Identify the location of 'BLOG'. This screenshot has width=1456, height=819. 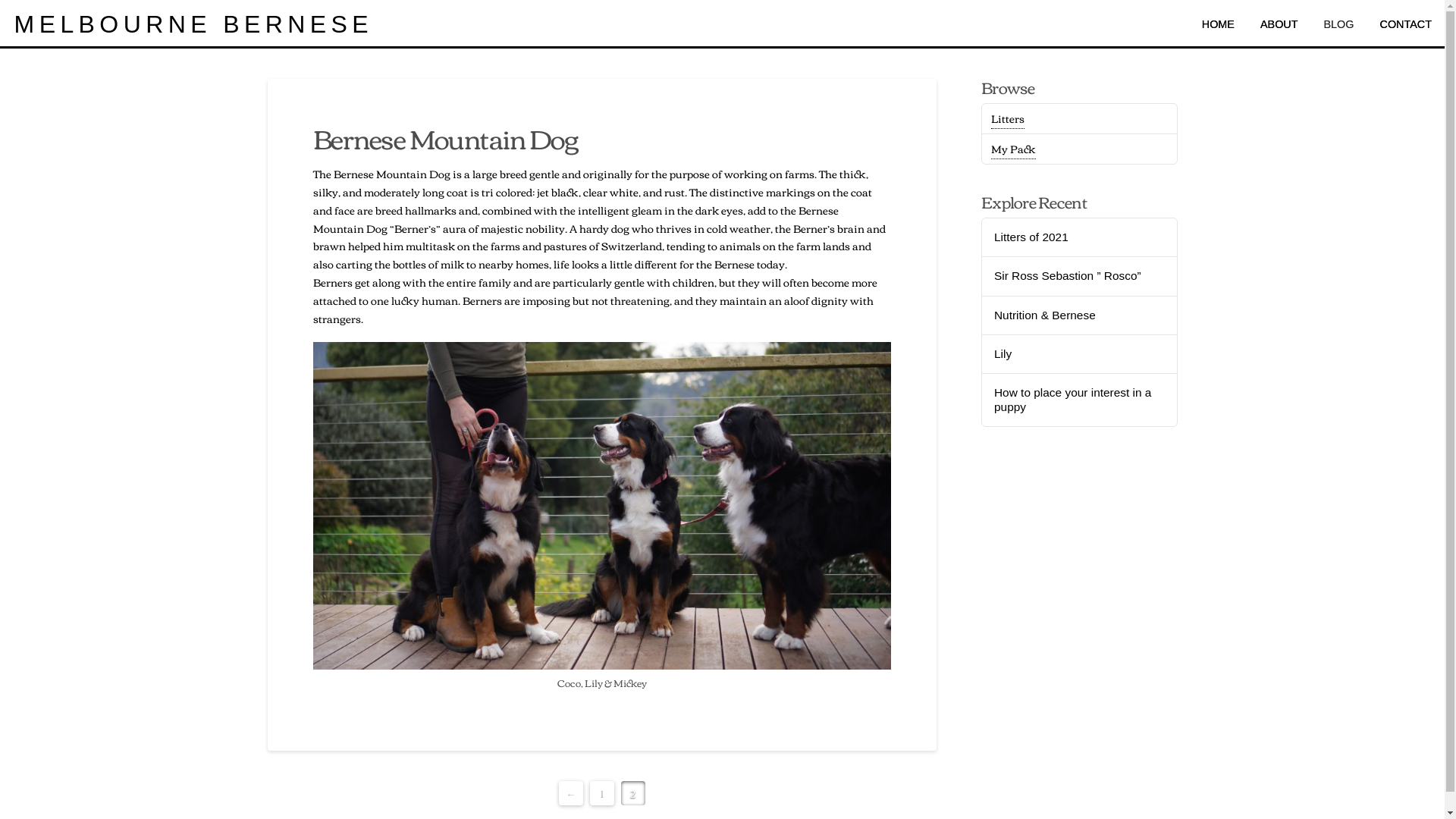
(1339, 24).